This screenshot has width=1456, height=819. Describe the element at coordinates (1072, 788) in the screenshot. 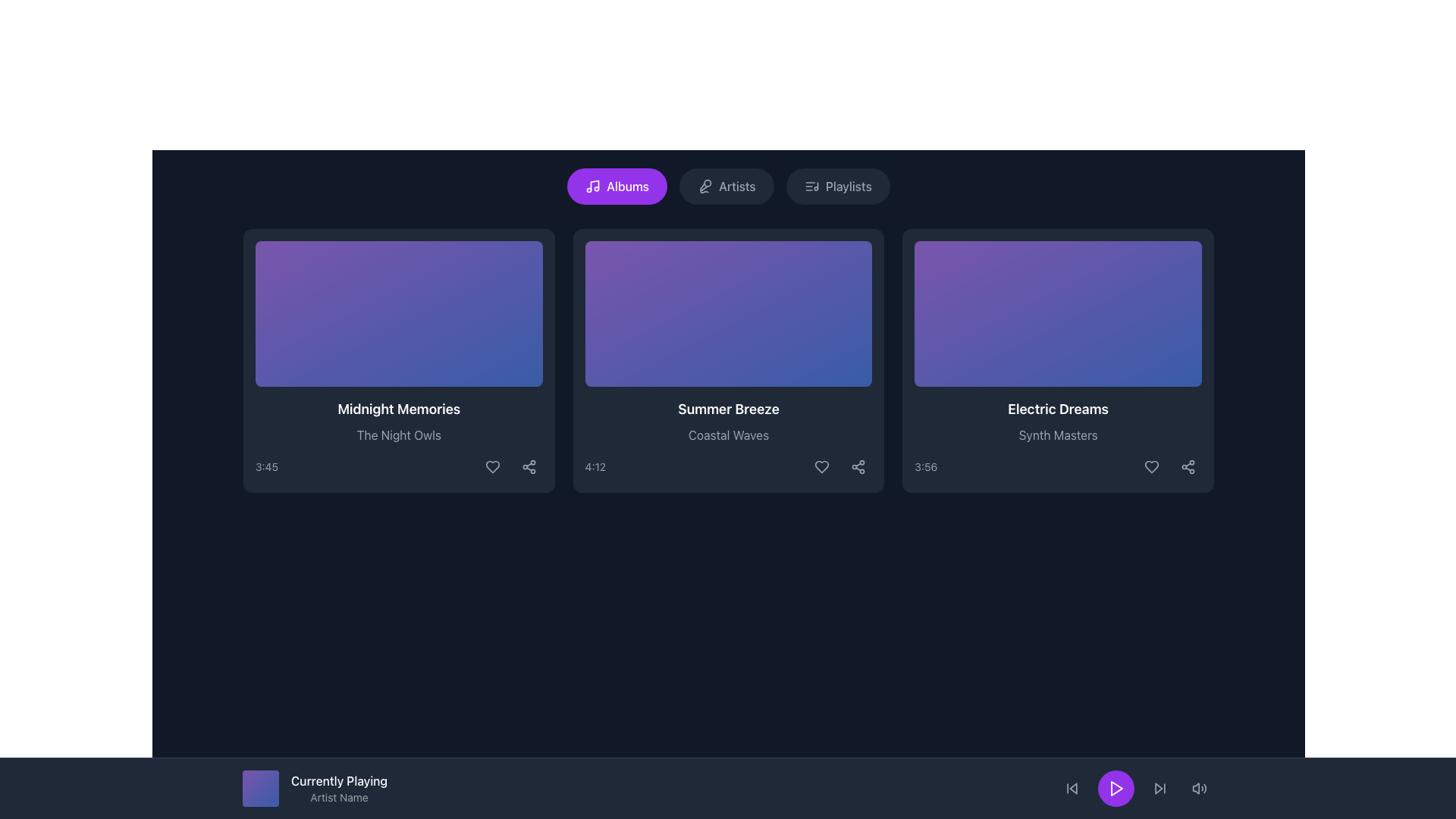

I see `the skip back button located at the bottom center of the interface, which is the first button in a sequence of playback controls, to skip back to the previous track` at that location.